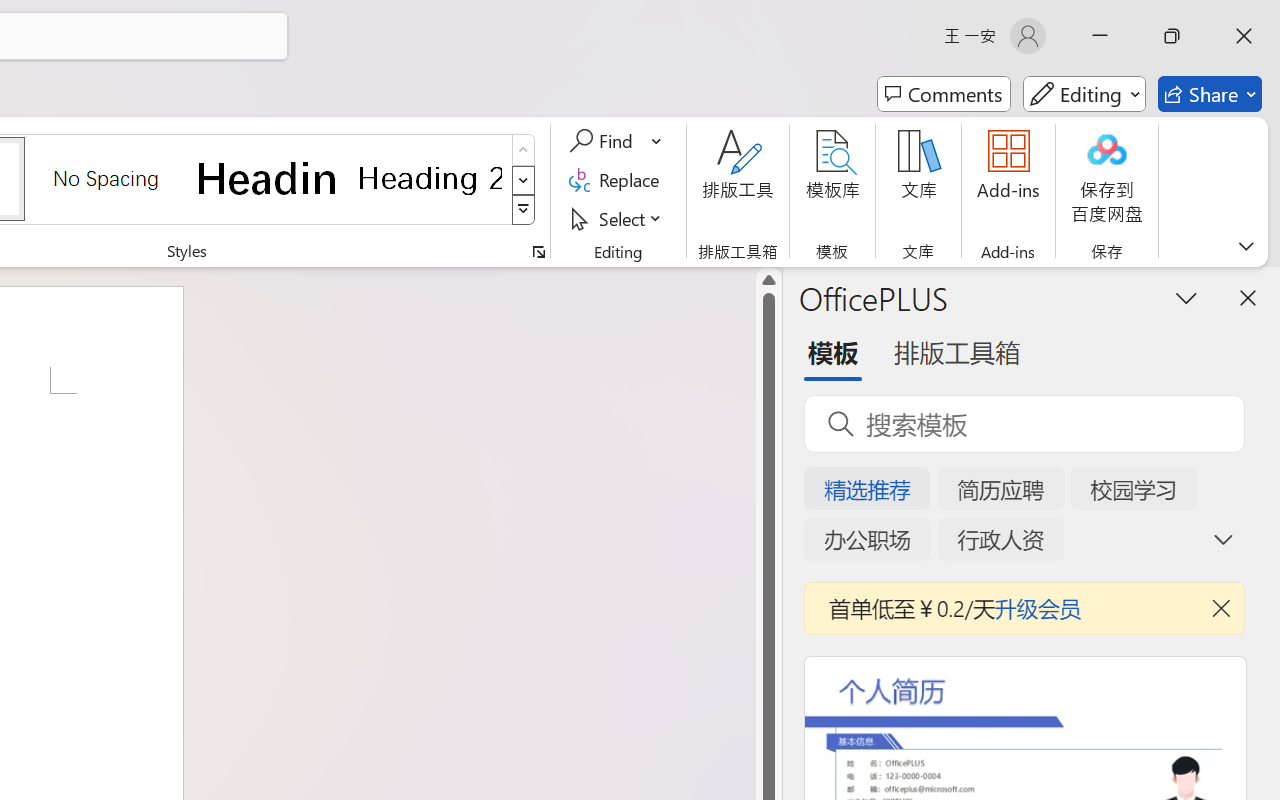 Image resolution: width=1280 pixels, height=800 pixels. What do you see at coordinates (1245, 245) in the screenshot?
I see `'Ribbon Display Options'` at bounding box center [1245, 245].